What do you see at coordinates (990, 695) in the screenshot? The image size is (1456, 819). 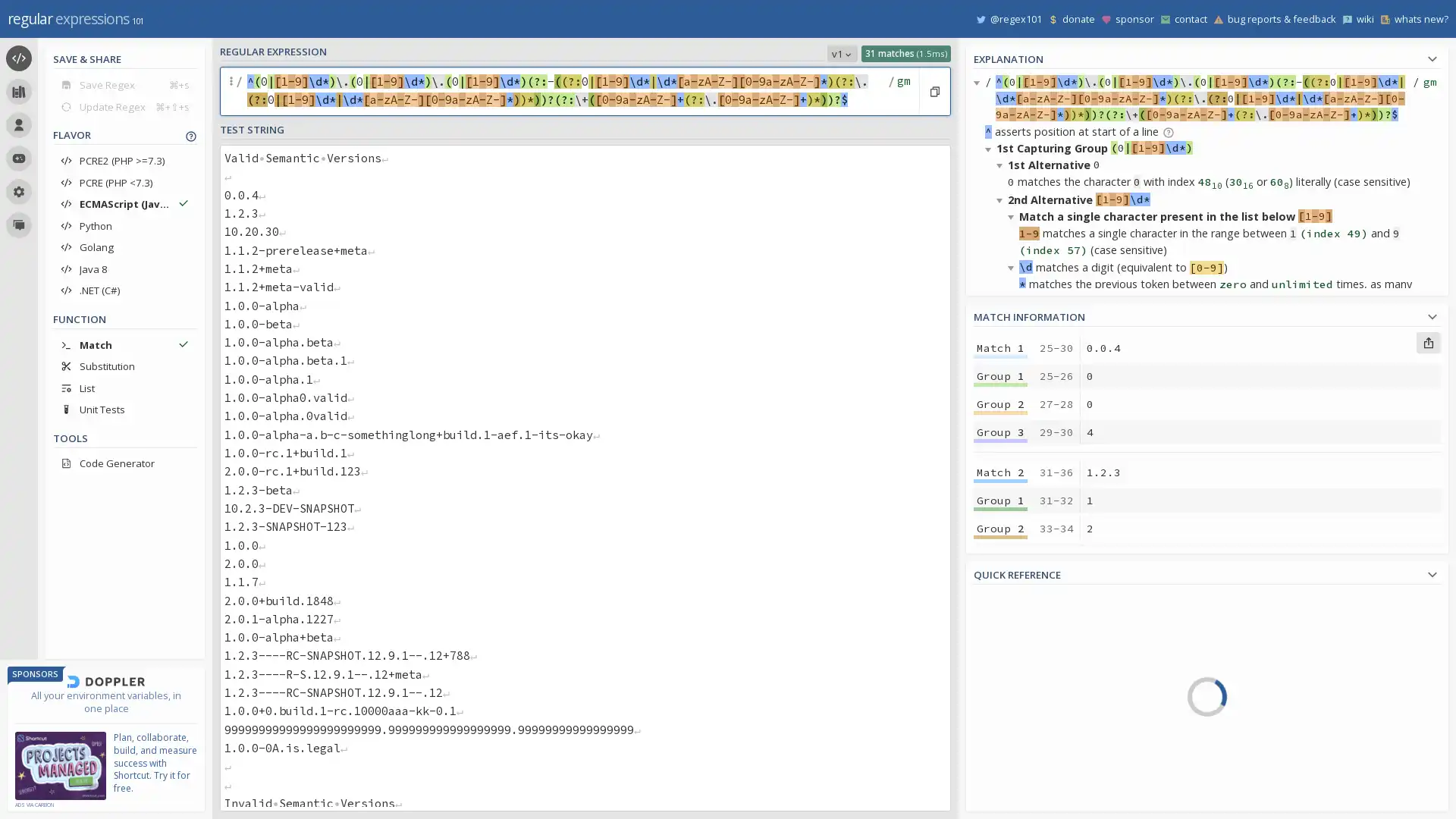 I see `Collapse Subtree` at bounding box center [990, 695].